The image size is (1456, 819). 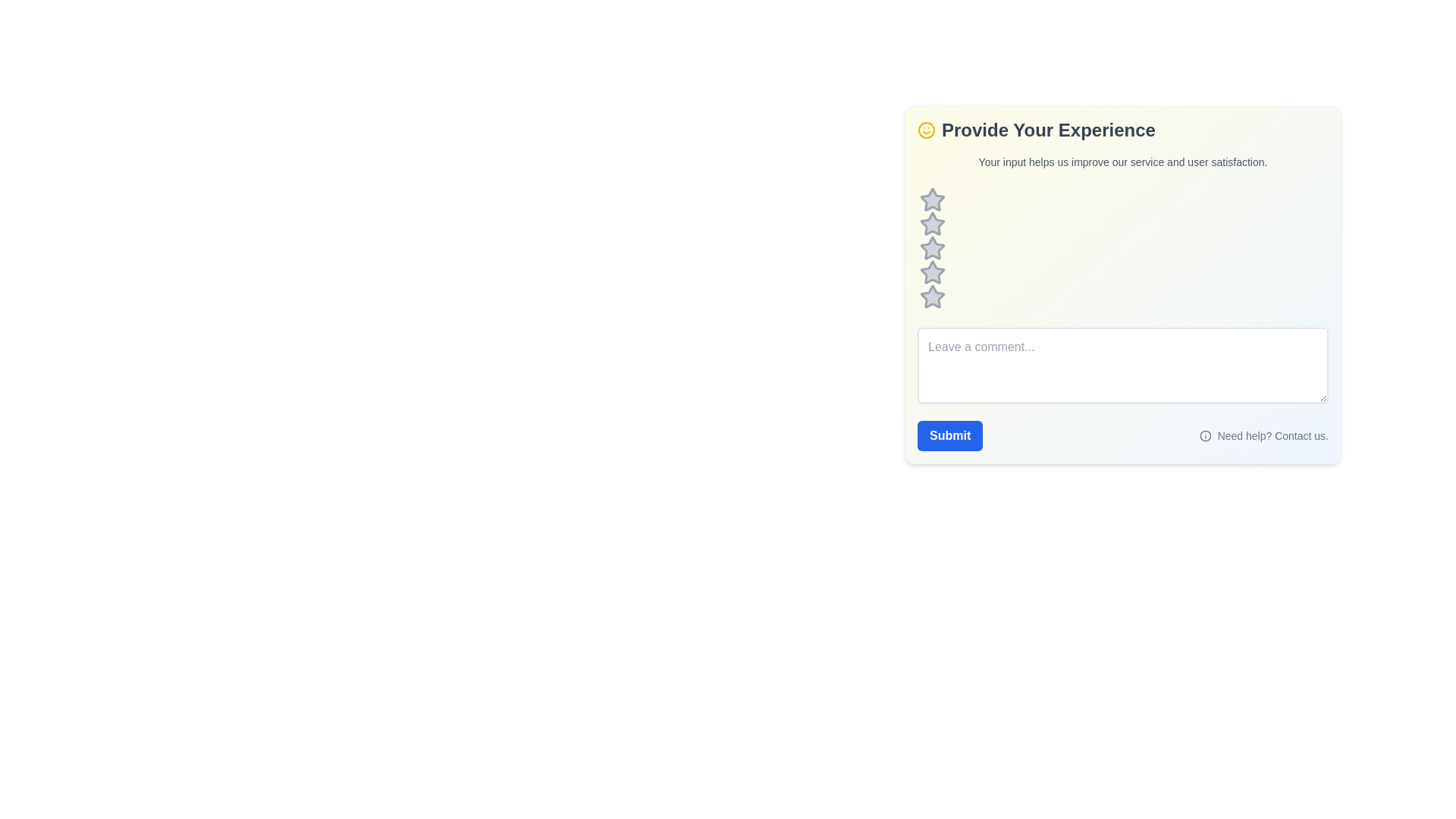 What do you see at coordinates (931, 247) in the screenshot?
I see `the fourth star-shaped icon from the top in the vertical stack of rating stars under the heading 'Provide Your Experience'` at bounding box center [931, 247].